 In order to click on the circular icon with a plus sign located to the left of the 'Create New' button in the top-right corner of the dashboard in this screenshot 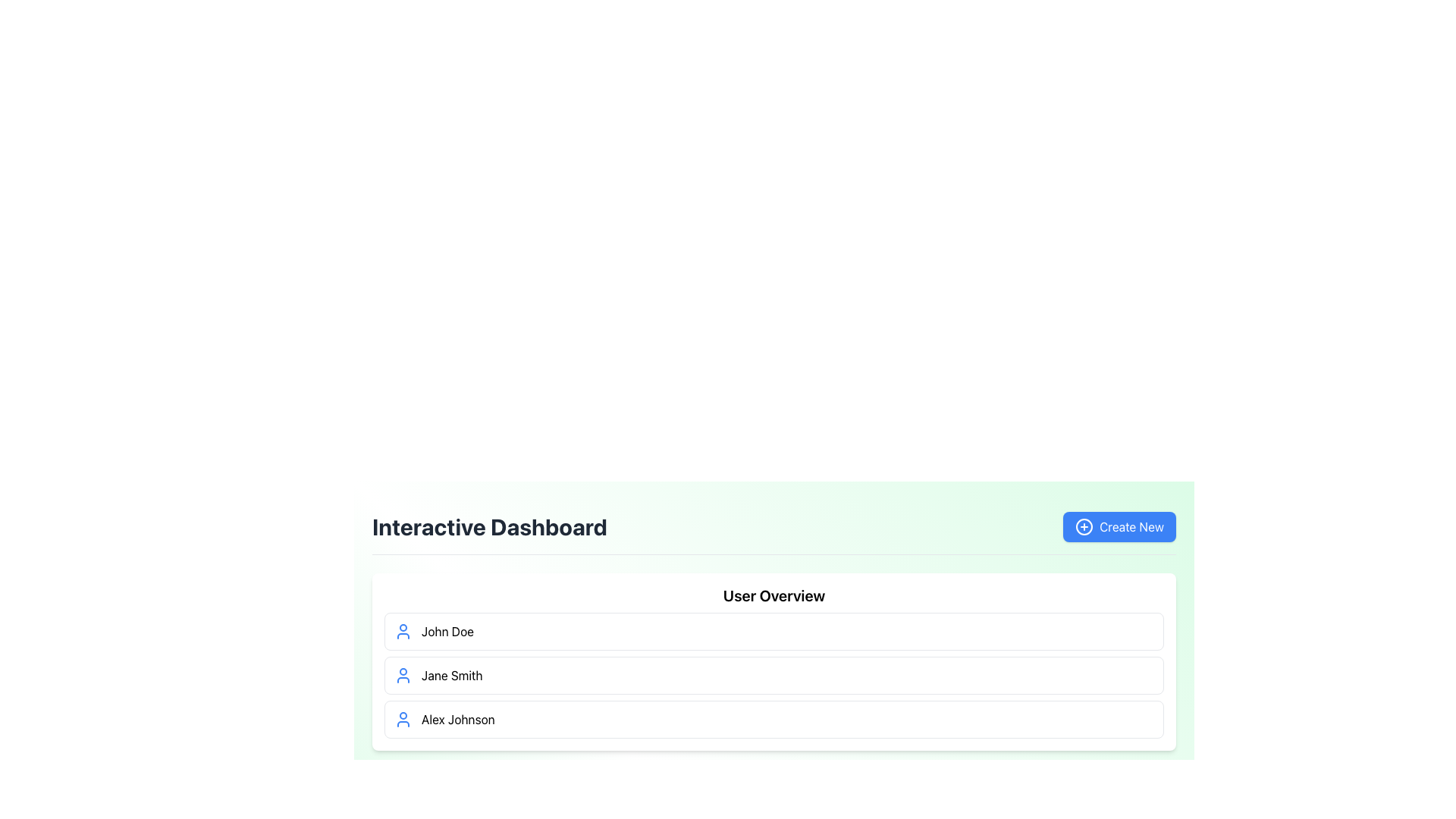, I will do `click(1084, 526)`.